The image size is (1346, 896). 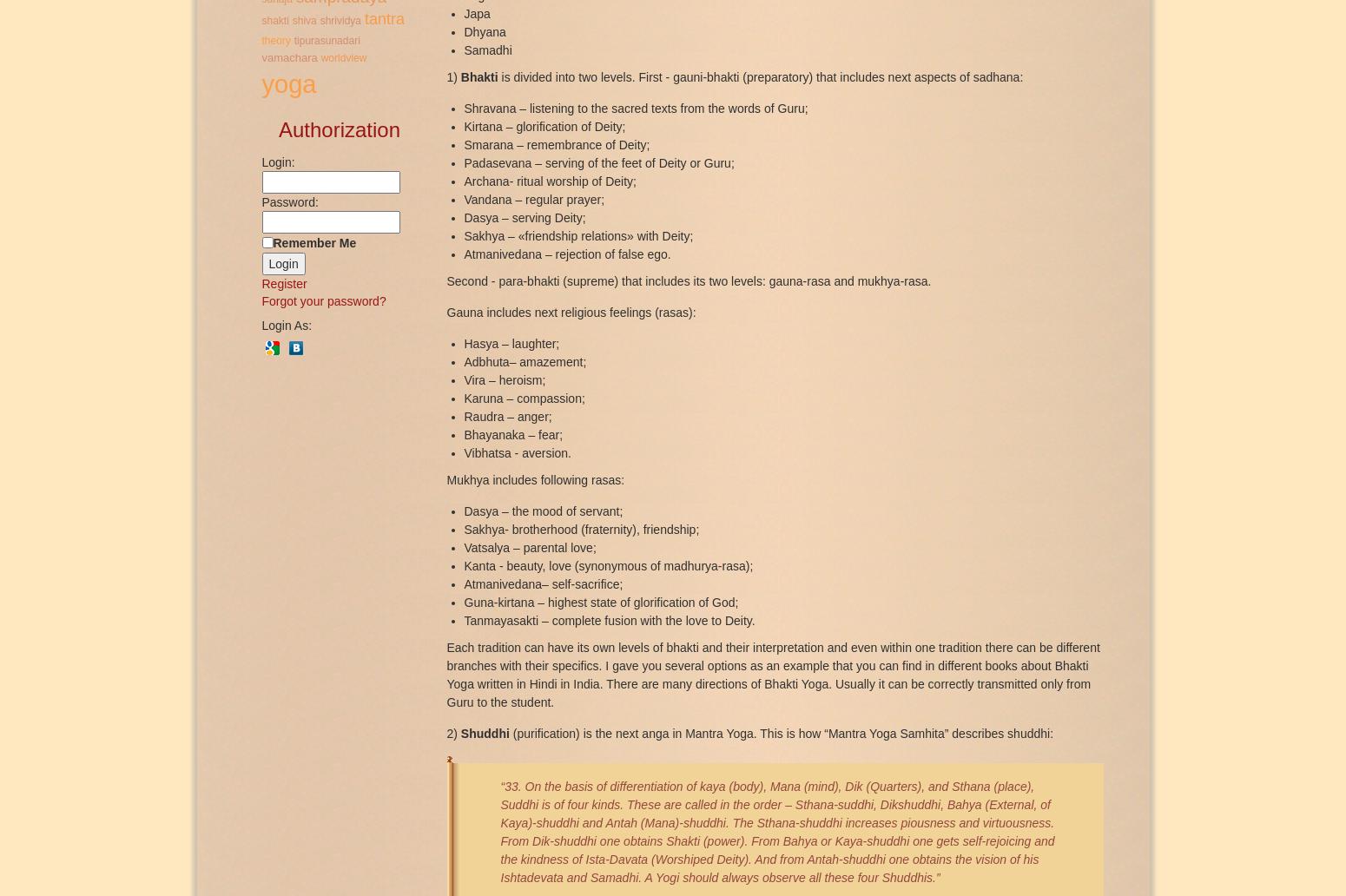 I want to click on 'vamachara', so click(x=287, y=57).